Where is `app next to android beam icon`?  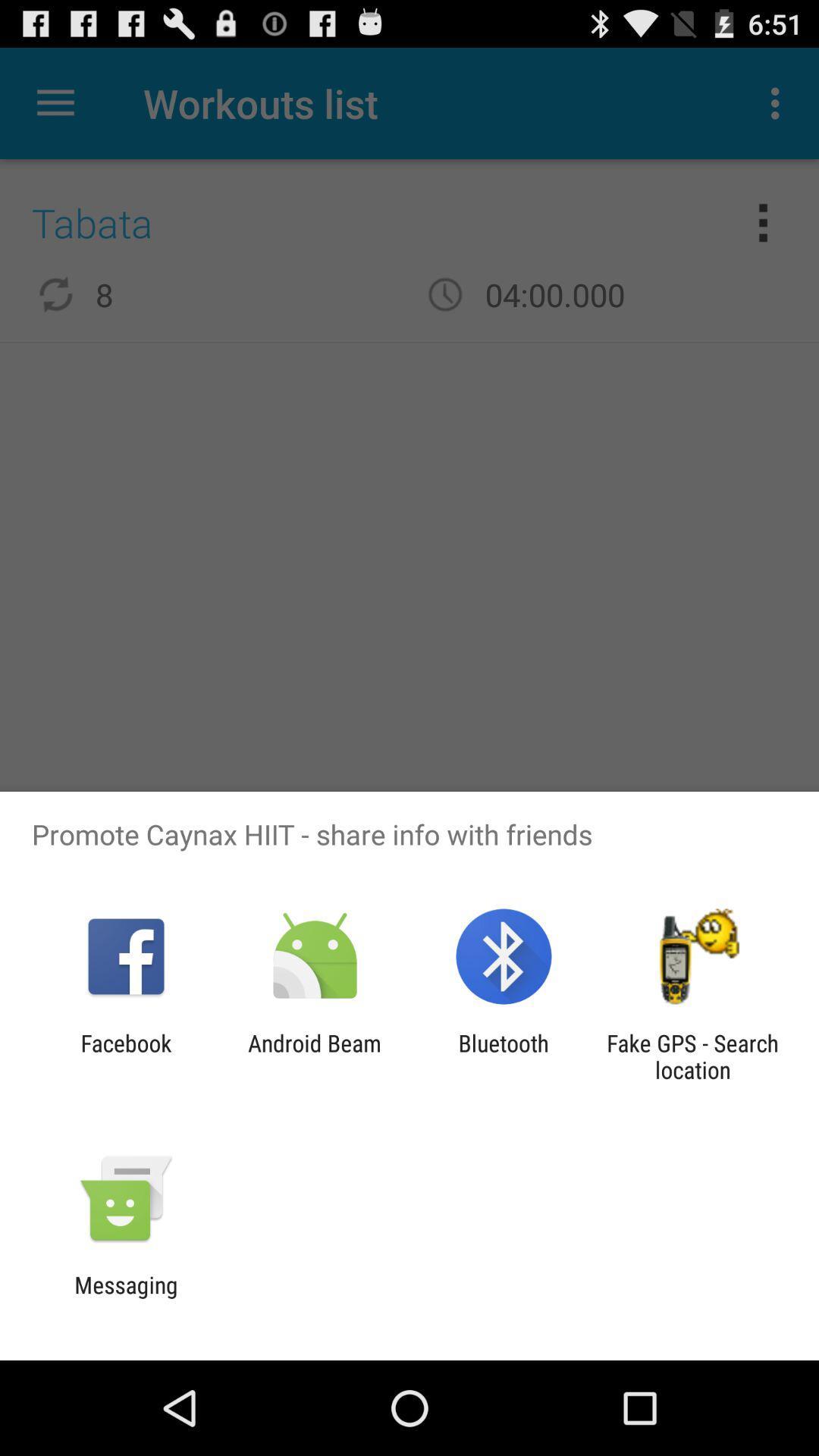 app next to android beam icon is located at coordinates (125, 1056).